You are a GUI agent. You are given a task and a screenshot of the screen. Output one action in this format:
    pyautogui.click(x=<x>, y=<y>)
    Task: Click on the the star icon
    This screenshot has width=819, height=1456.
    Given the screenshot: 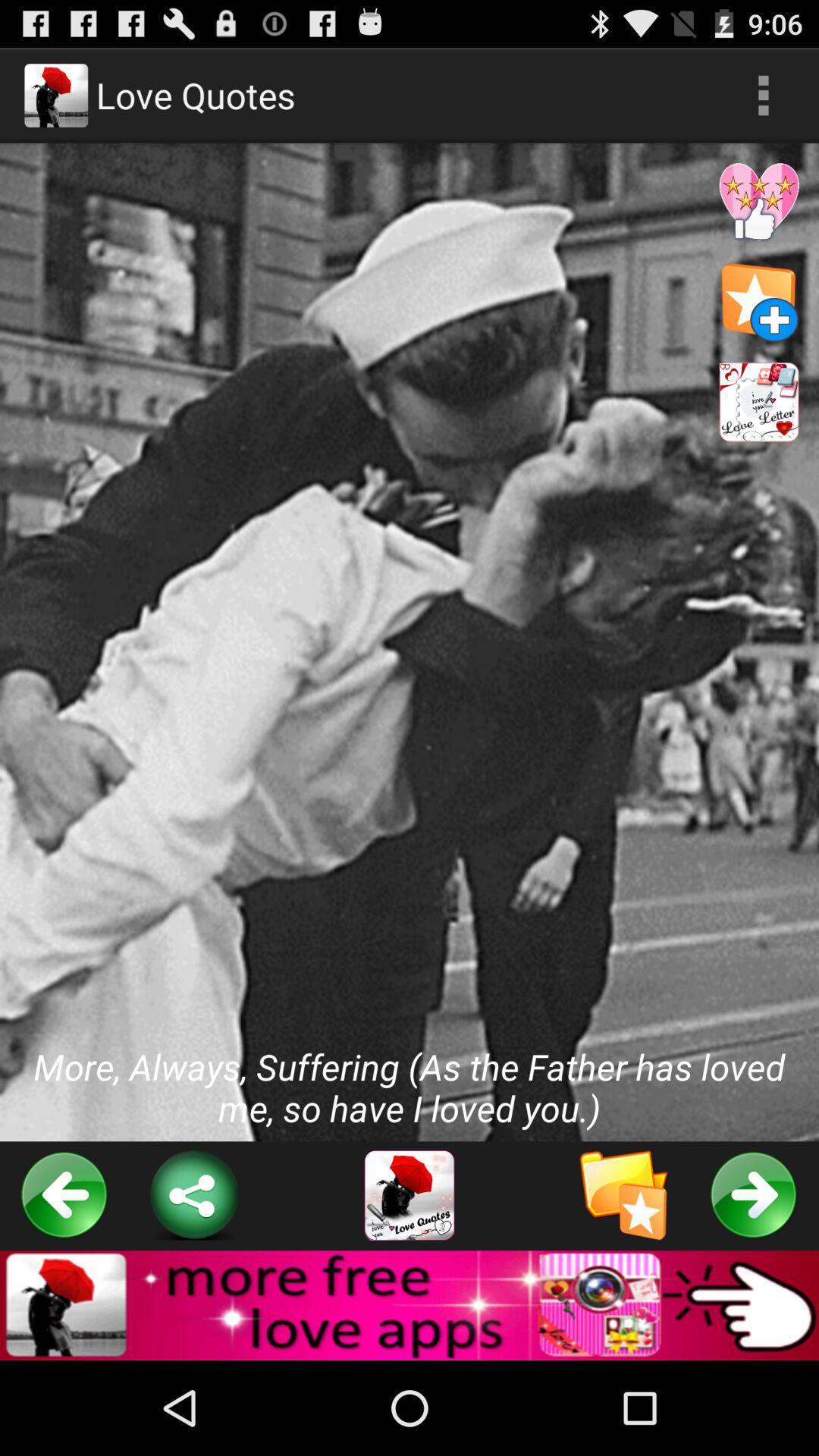 What is the action you would take?
    pyautogui.click(x=624, y=1279)
    